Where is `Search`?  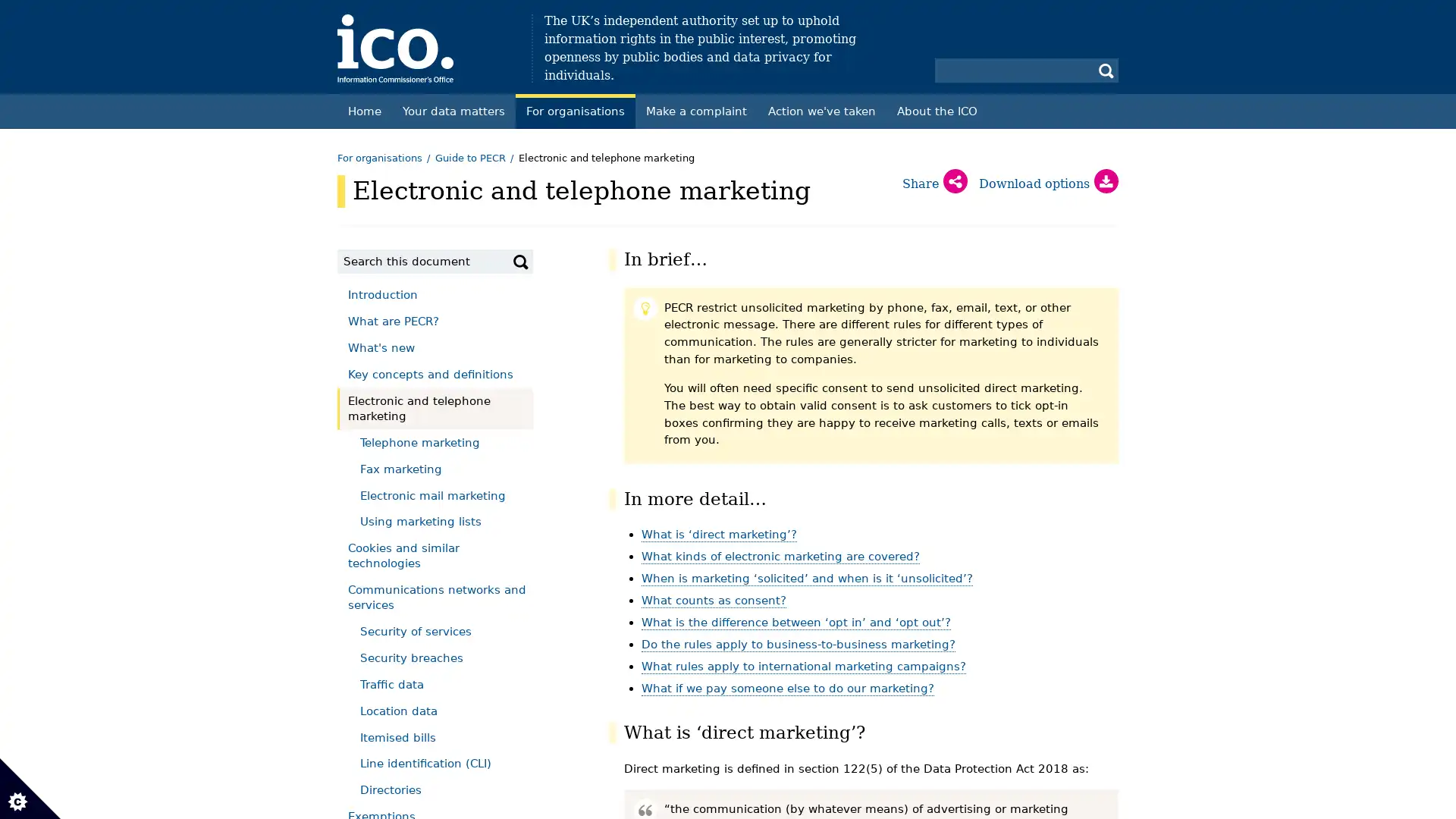 Search is located at coordinates (520, 260).